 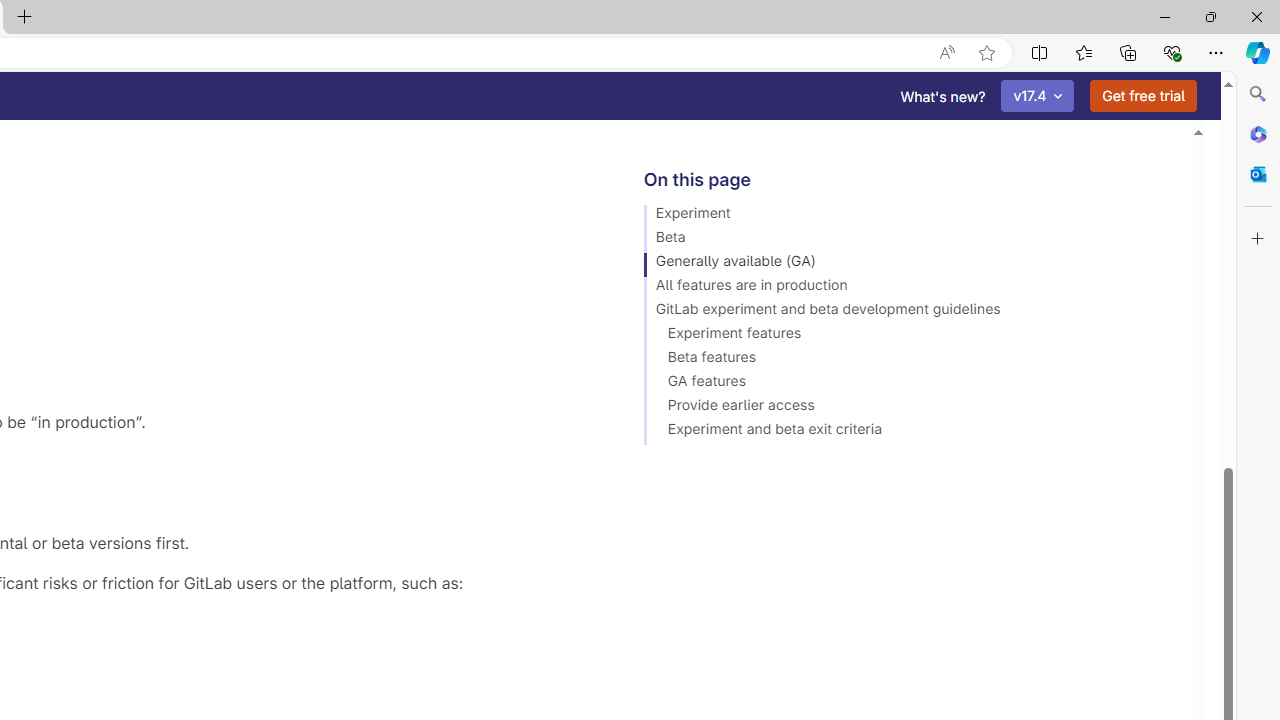 What do you see at coordinates (1143, 96) in the screenshot?
I see `'Get free trial'` at bounding box center [1143, 96].